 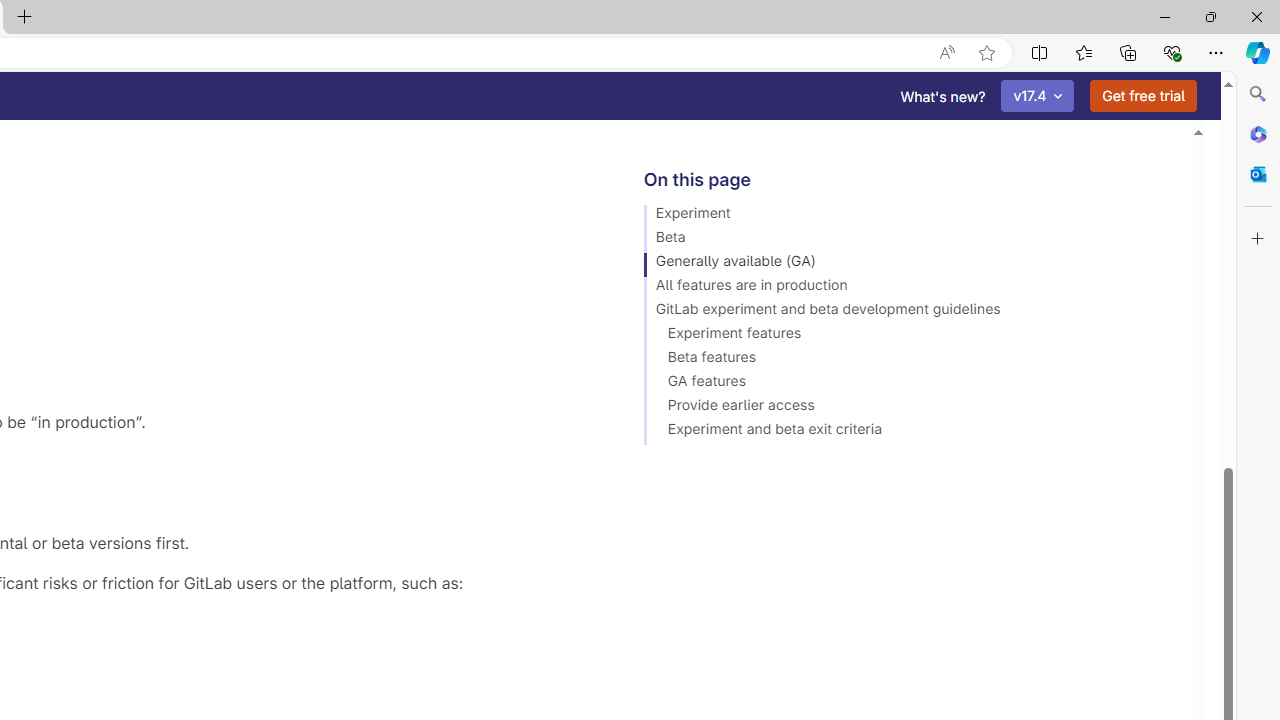 What do you see at coordinates (1143, 96) in the screenshot?
I see `'Get free trial'` at bounding box center [1143, 96].